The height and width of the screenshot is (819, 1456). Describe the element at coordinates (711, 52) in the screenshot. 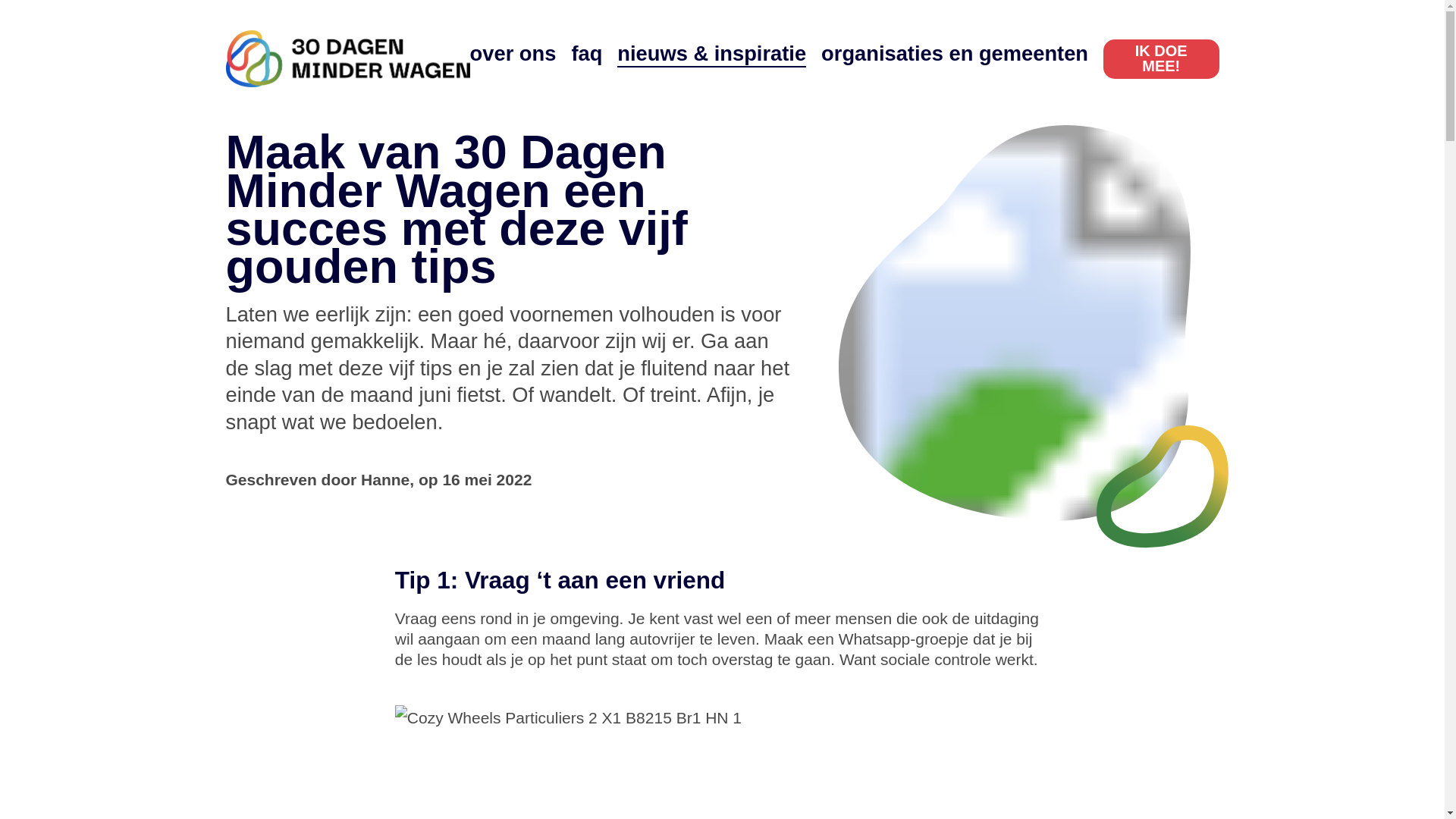

I see `'nieuws & inspiratie'` at that location.